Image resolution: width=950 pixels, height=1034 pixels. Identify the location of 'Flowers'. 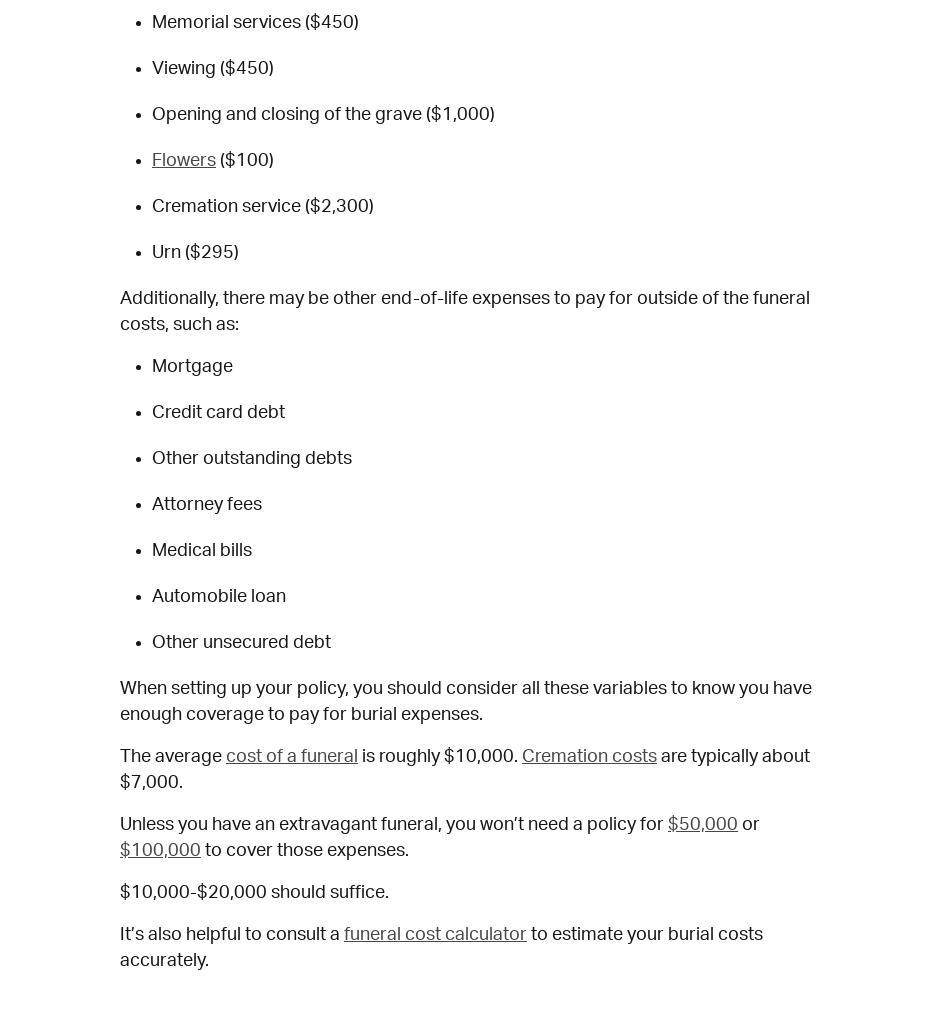
(184, 160).